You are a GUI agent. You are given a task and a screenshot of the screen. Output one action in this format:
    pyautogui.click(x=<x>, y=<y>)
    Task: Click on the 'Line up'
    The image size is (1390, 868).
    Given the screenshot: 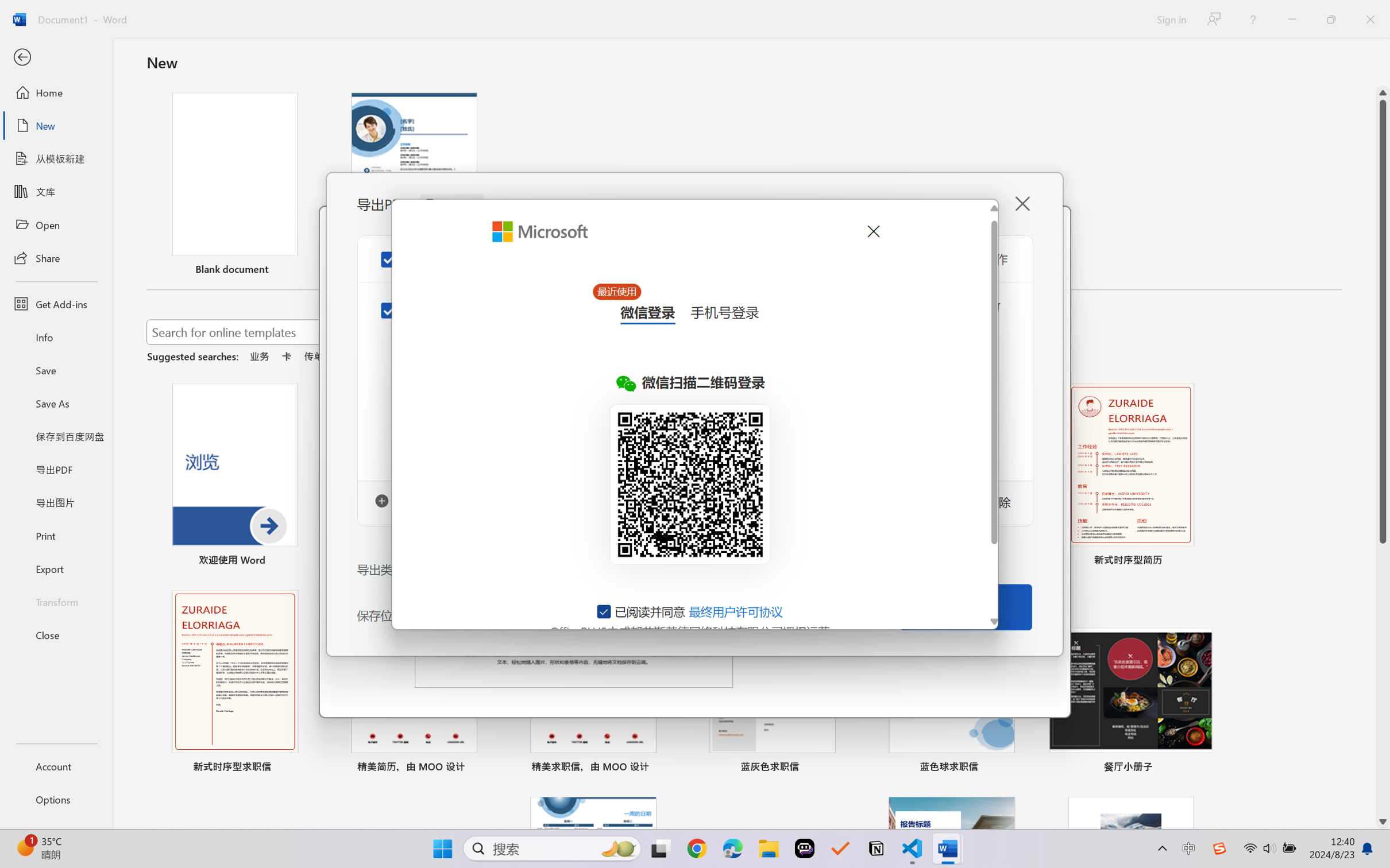 What is the action you would take?
    pyautogui.click(x=1383, y=92)
    